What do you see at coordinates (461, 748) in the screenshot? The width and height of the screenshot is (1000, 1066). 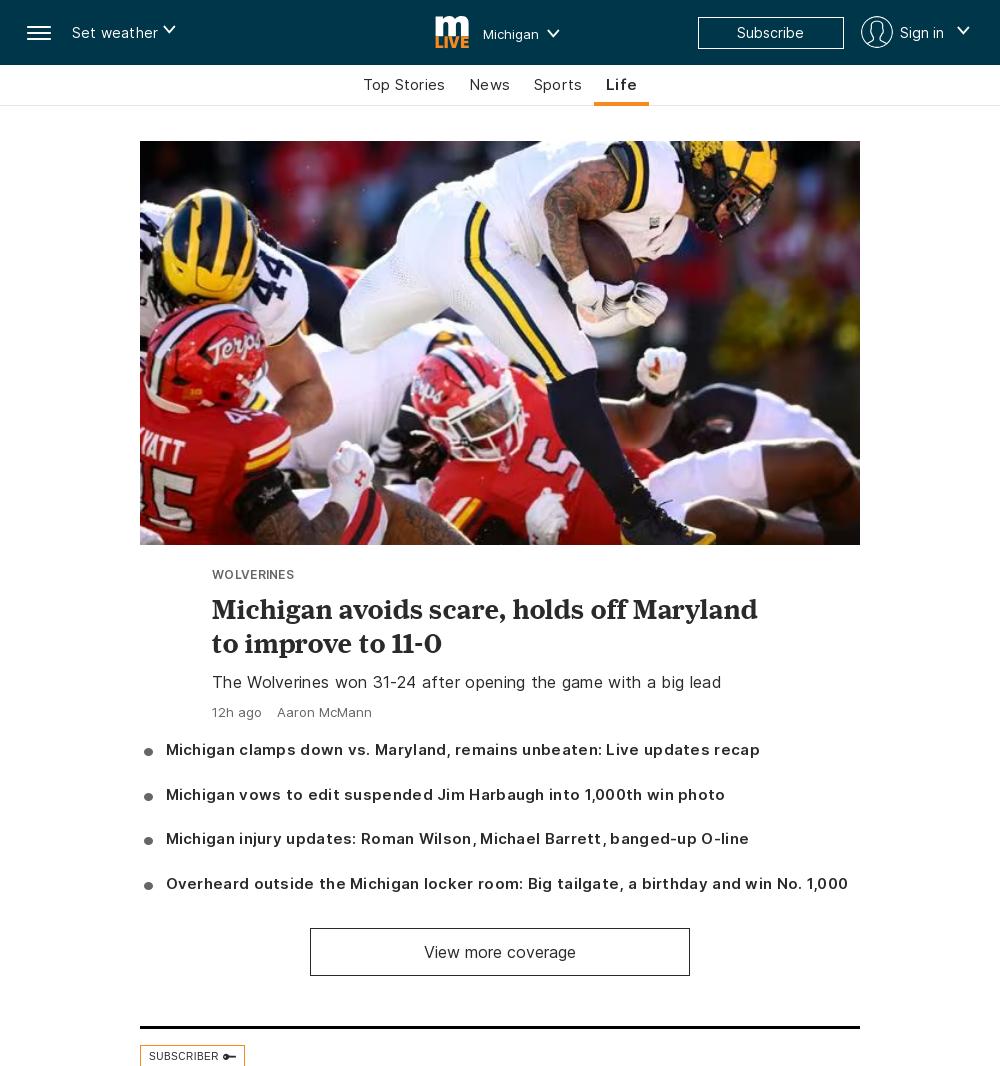 I see `'Michigan clamps down vs. Maryland, remains unbeaten: Live updates recap'` at bounding box center [461, 748].